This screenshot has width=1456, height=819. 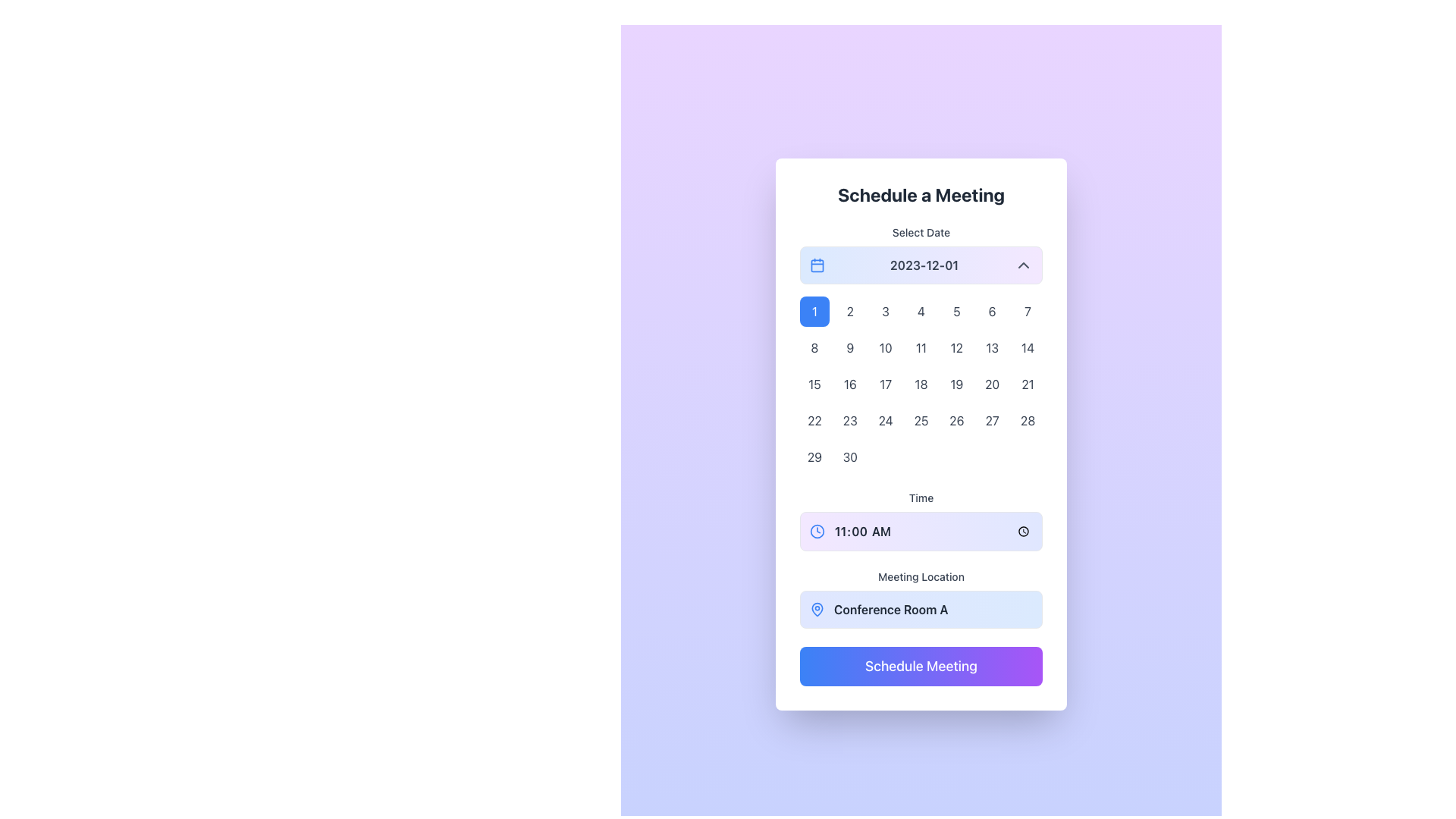 I want to click on the button representing the date '30' in the calendar, so click(x=850, y=456).